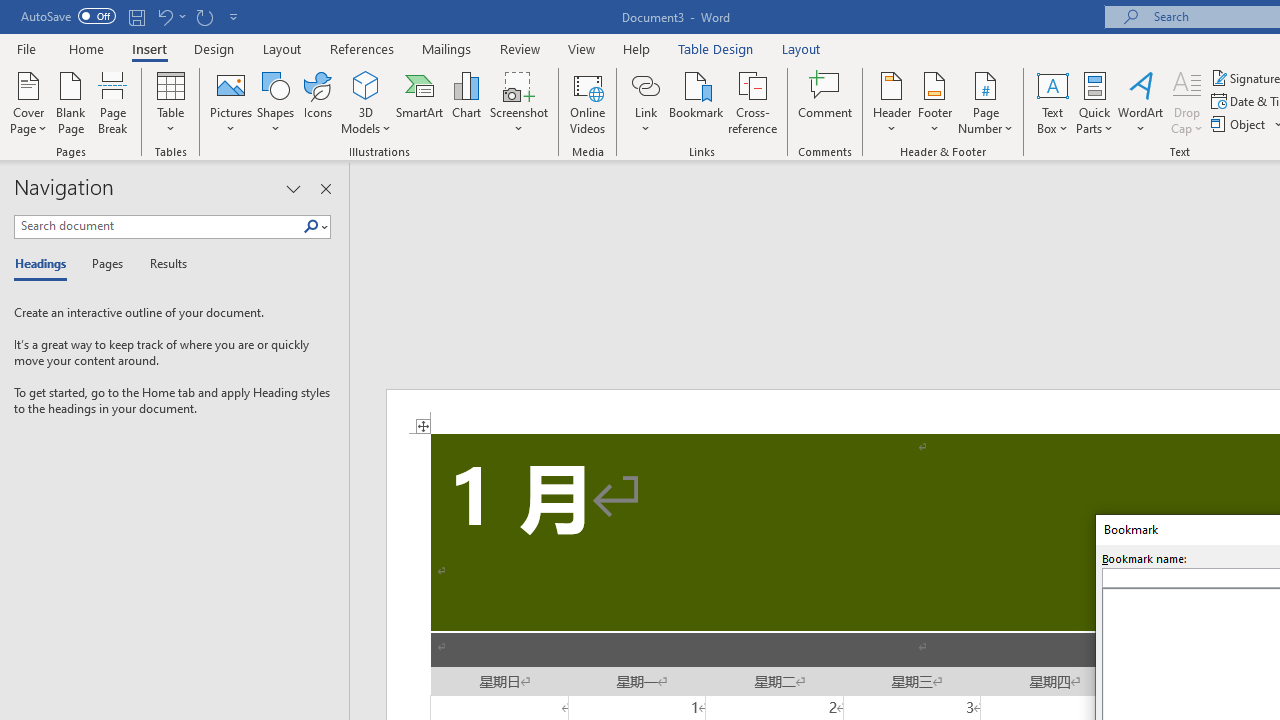  I want to click on 'Customize Quick Access Toolbar', so click(234, 16).